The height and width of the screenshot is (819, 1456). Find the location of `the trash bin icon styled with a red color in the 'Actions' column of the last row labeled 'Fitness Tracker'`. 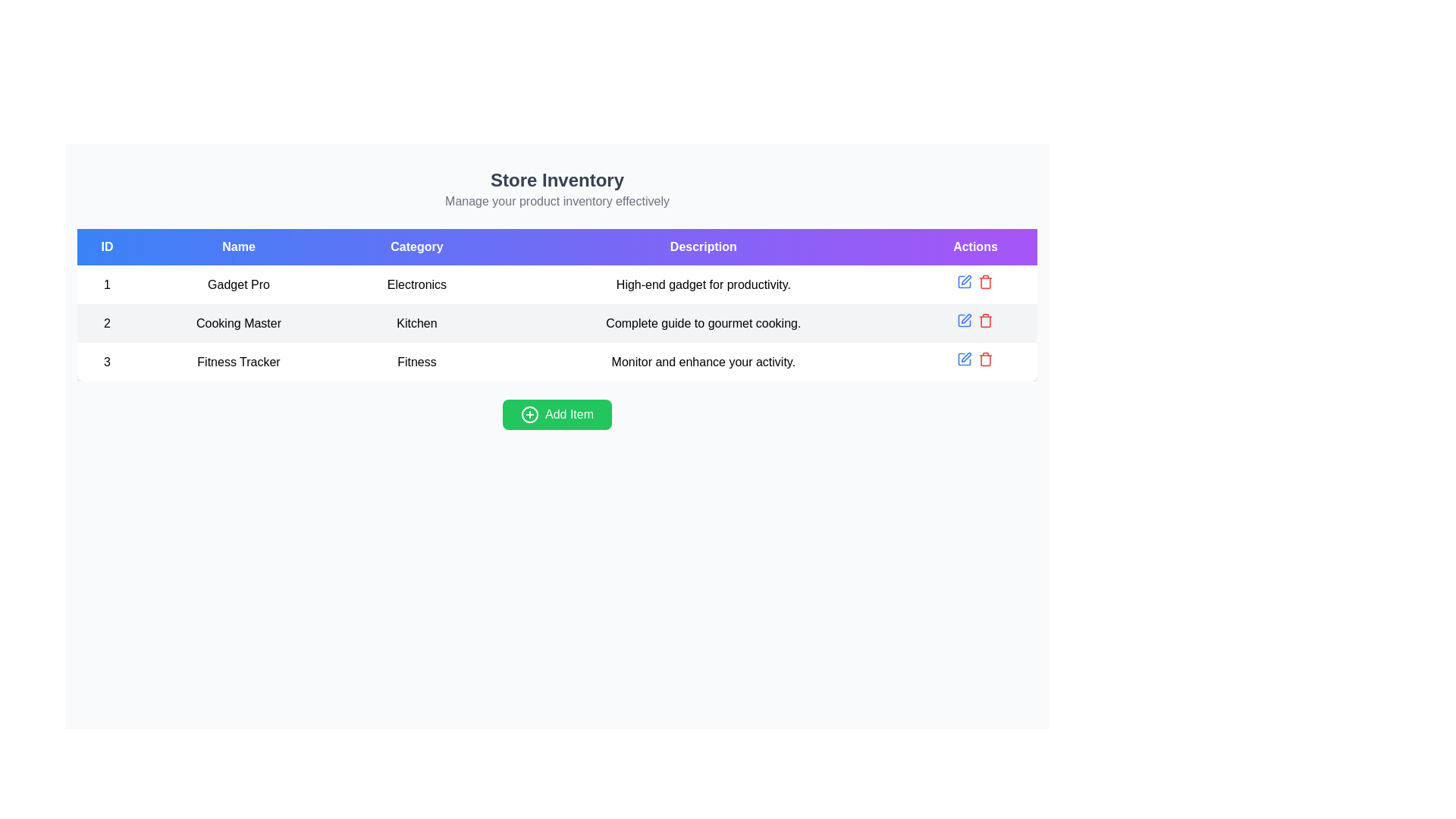

the trash bin icon styled with a red color in the 'Actions' column of the last row labeled 'Fitness Tracker' is located at coordinates (986, 359).